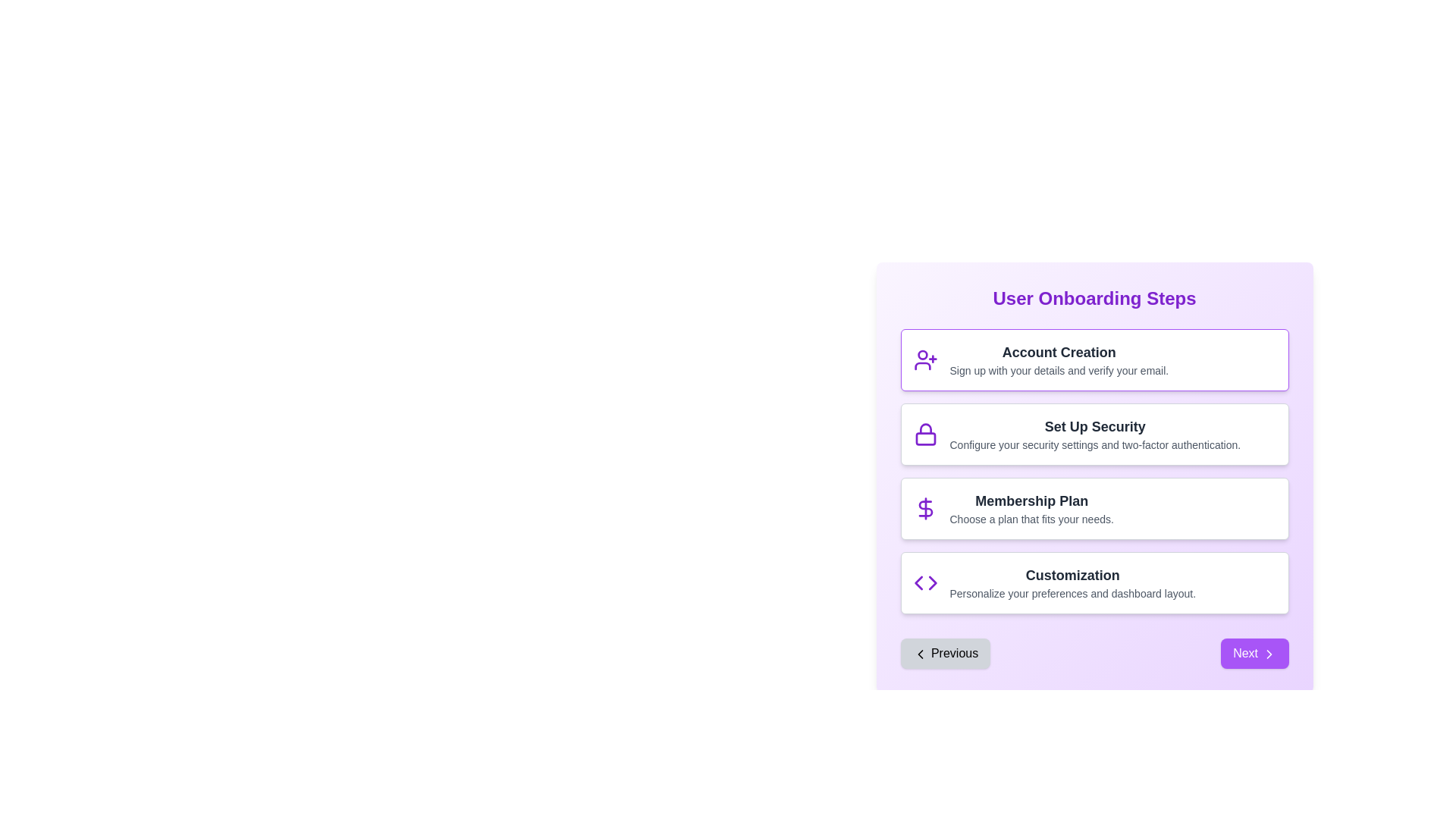  Describe the element at coordinates (918, 582) in the screenshot. I see `the left-pointing arrow symbol, which is part of the 'Previous' button located in the bottom-left corner of the interface` at that location.